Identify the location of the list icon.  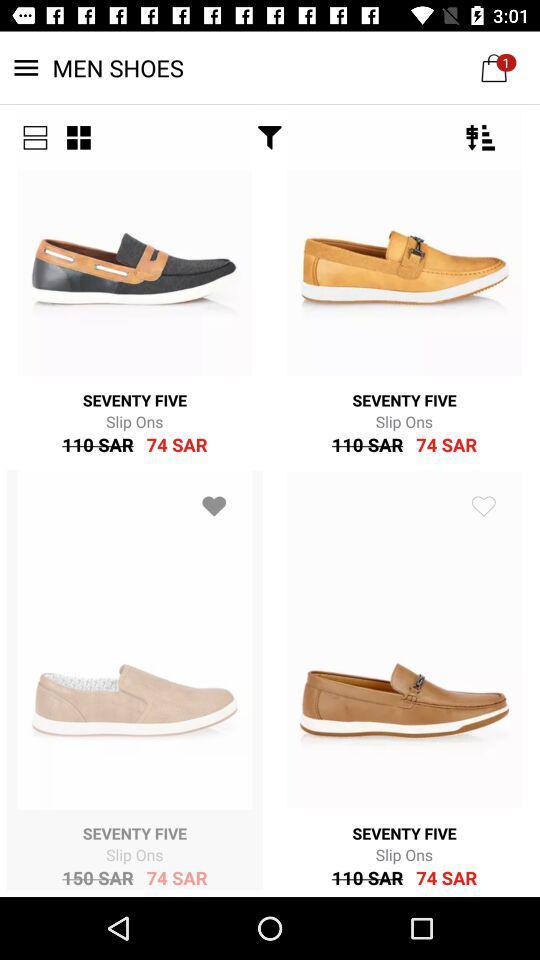
(35, 136).